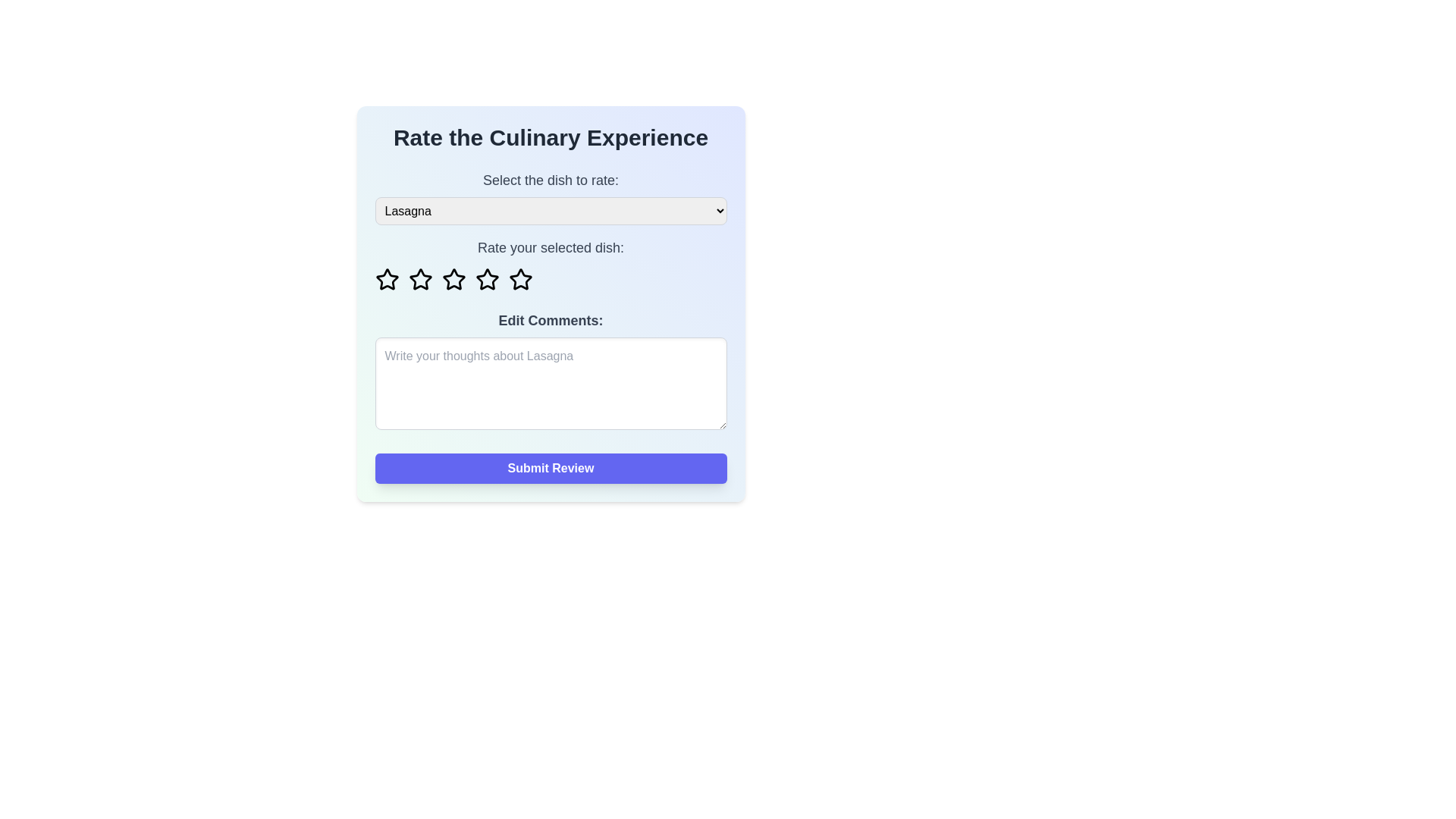 The height and width of the screenshot is (819, 1456). Describe the element at coordinates (387, 280) in the screenshot. I see `the first star-shaped rating icon to set the lowest rating in the rating bar below the 'Rate your selected dish' label` at that location.